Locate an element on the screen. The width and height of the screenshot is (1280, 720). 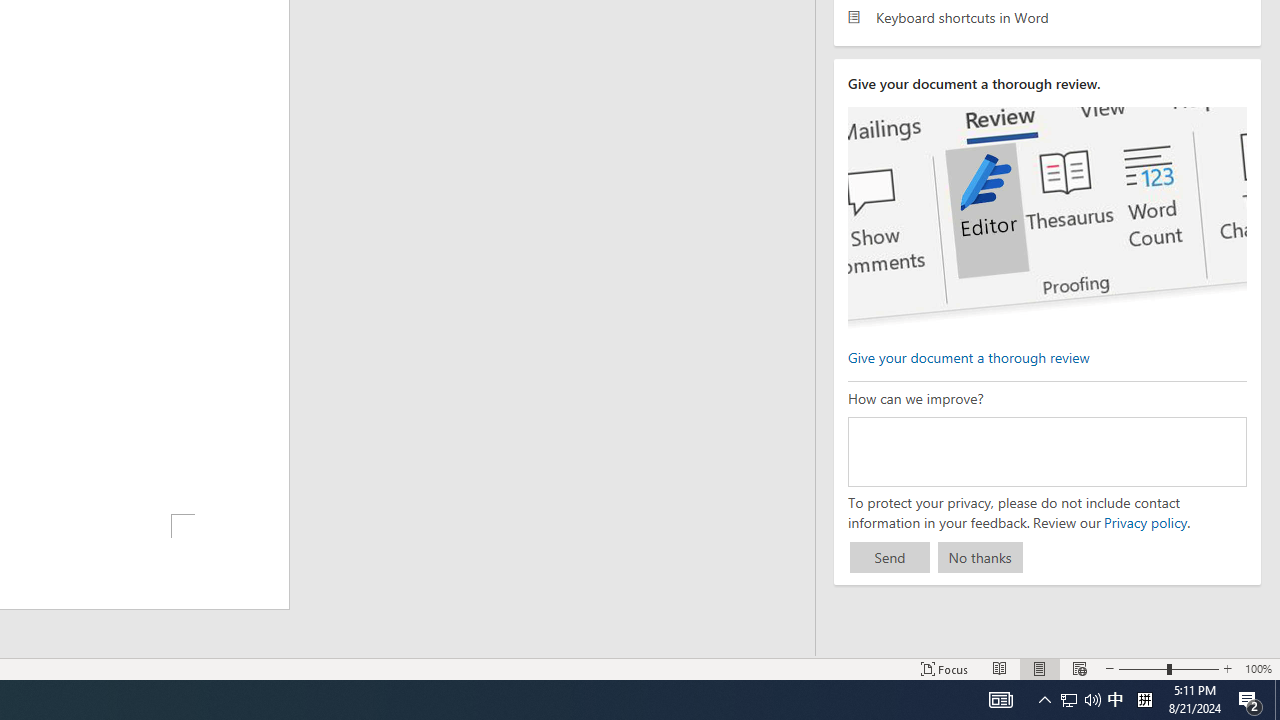
'Keyboard shortcuts in Word' is located at coordinates (1046, 17).